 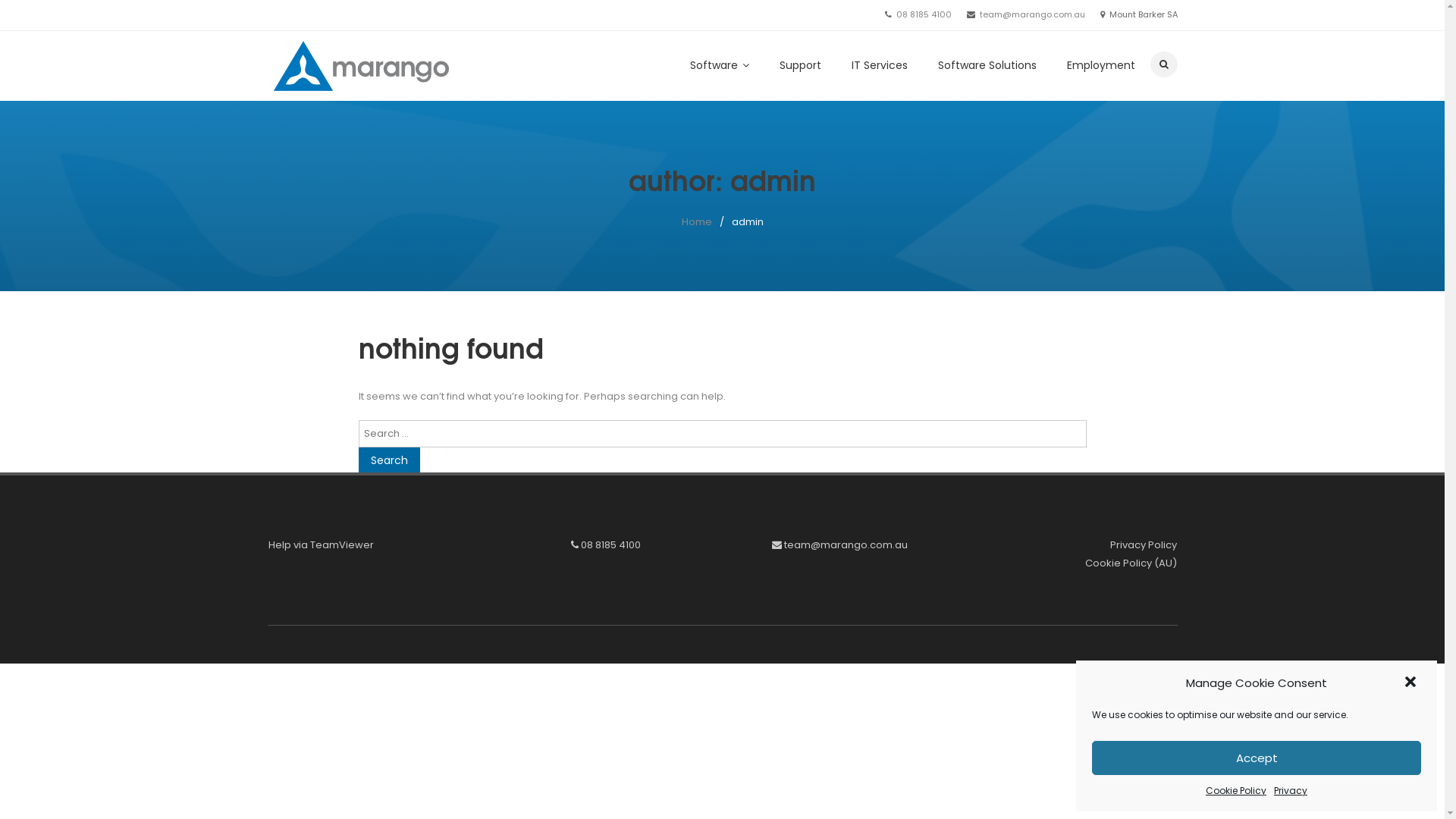 What do you see at coordinates (1290, 789) in the screenshot?
I see `'Privacy'` at bounding box center [1290, 789].